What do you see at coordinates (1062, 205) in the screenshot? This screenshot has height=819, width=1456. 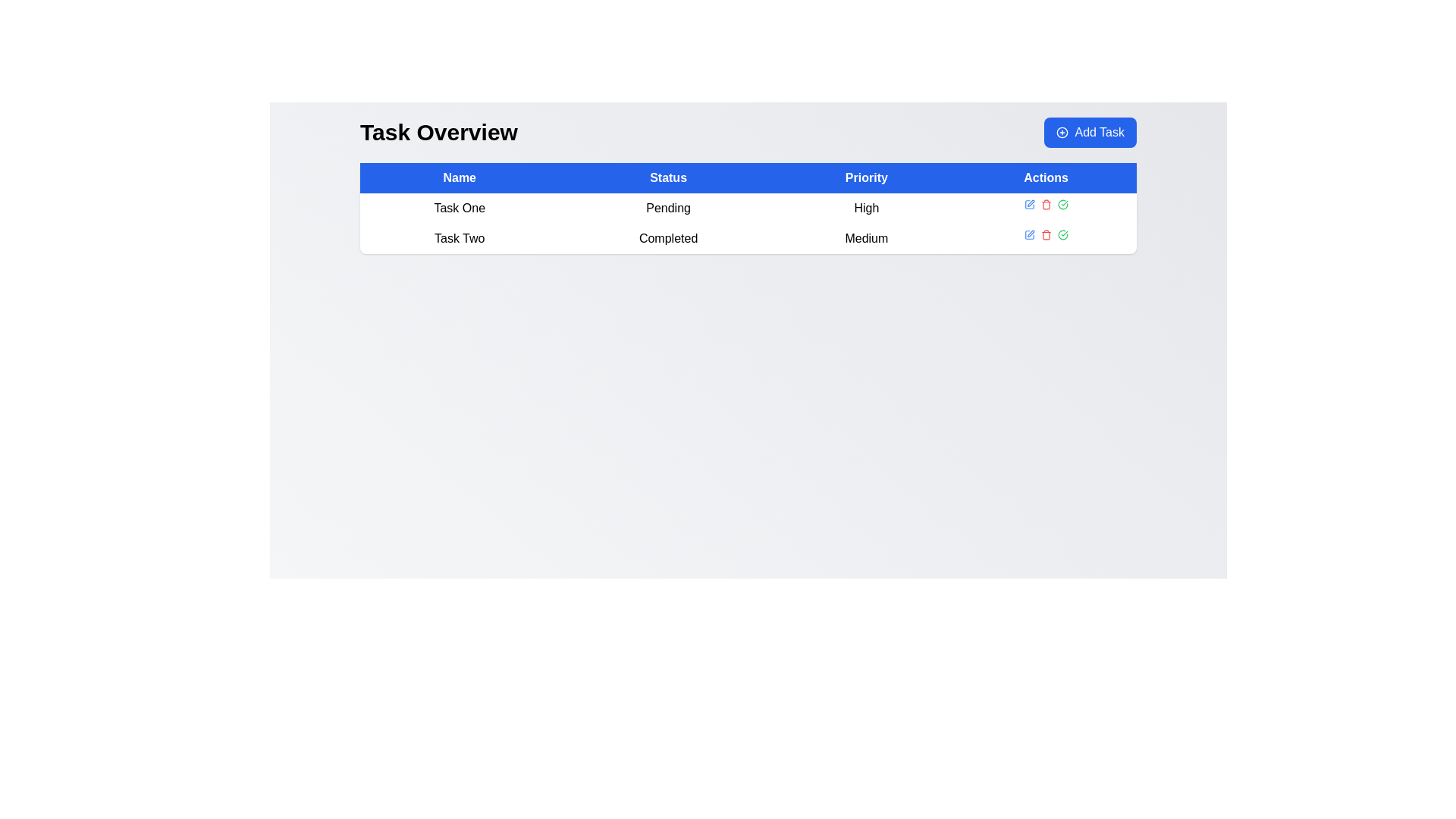 I see `the circular checkmark icon in the 'Actions' column for 'Task Two'` at bounding box center [1062, 205].